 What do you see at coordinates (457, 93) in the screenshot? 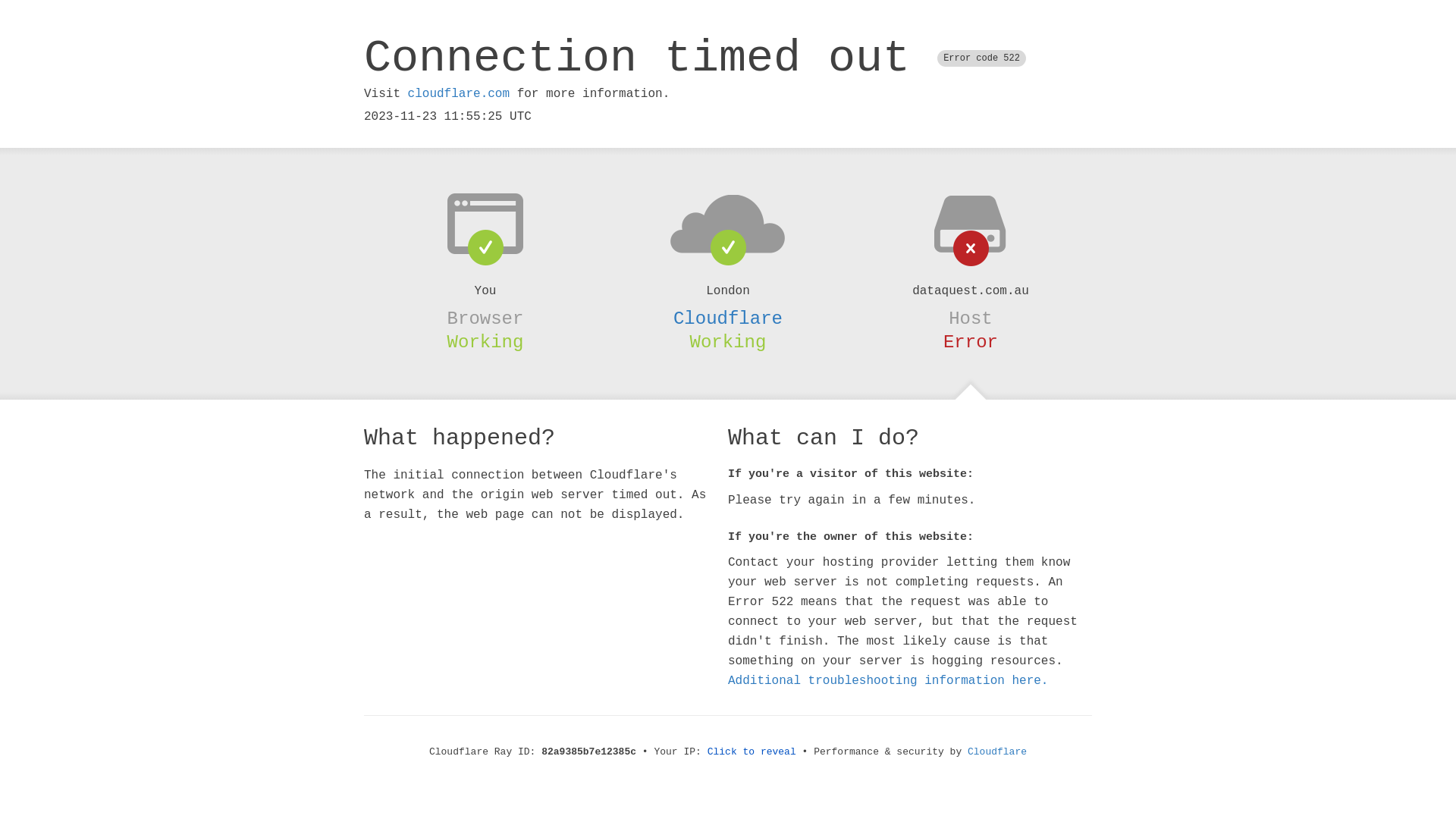
I see `'cloudflare.com'` at bounding box center [457, 93].